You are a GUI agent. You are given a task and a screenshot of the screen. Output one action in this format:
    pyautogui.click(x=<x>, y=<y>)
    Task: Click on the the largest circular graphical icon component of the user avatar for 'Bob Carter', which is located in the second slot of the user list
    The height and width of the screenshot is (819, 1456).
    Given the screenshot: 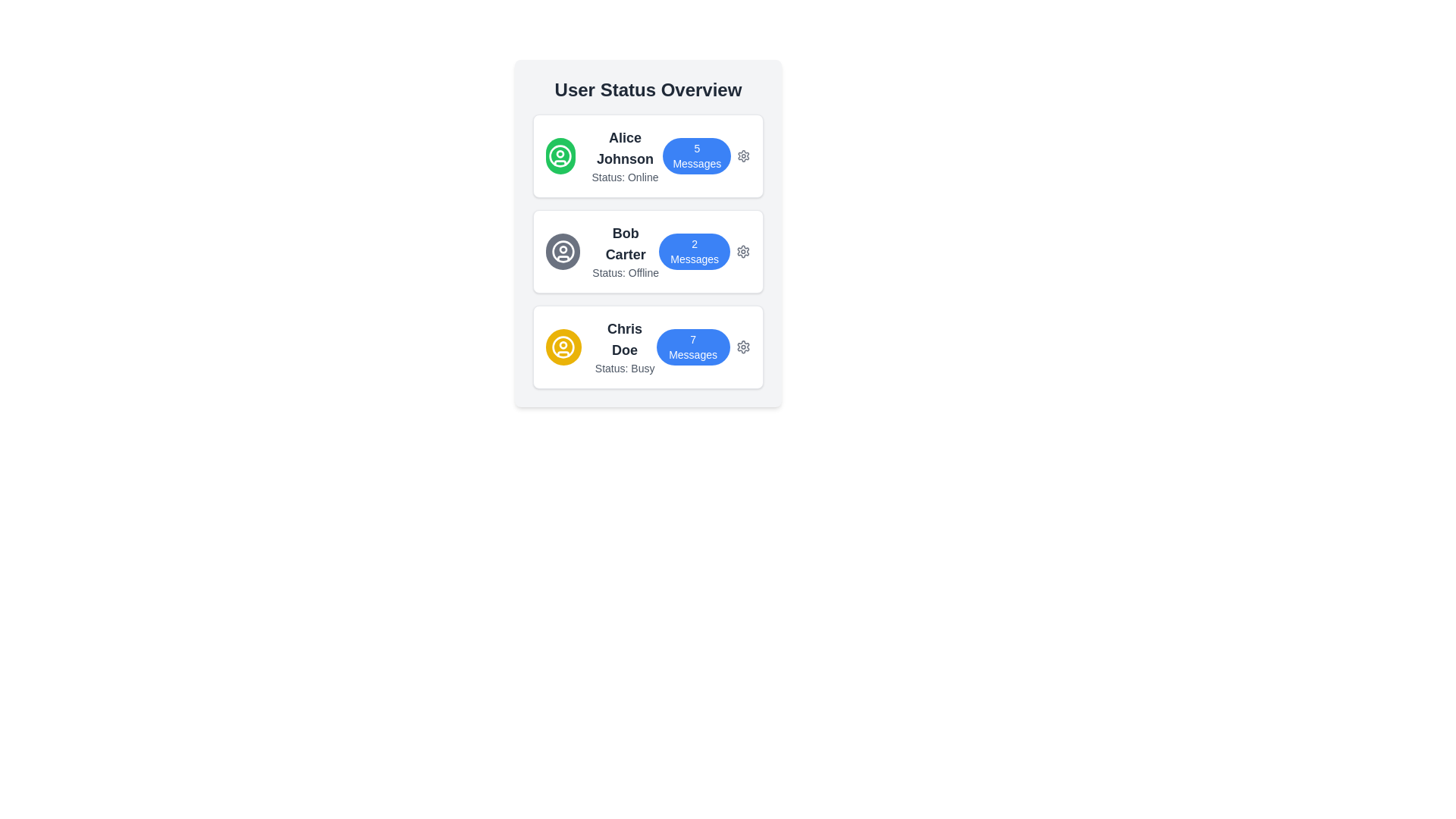 What is the action you would take?
    pyautogui.click(x=562, y=250)
    